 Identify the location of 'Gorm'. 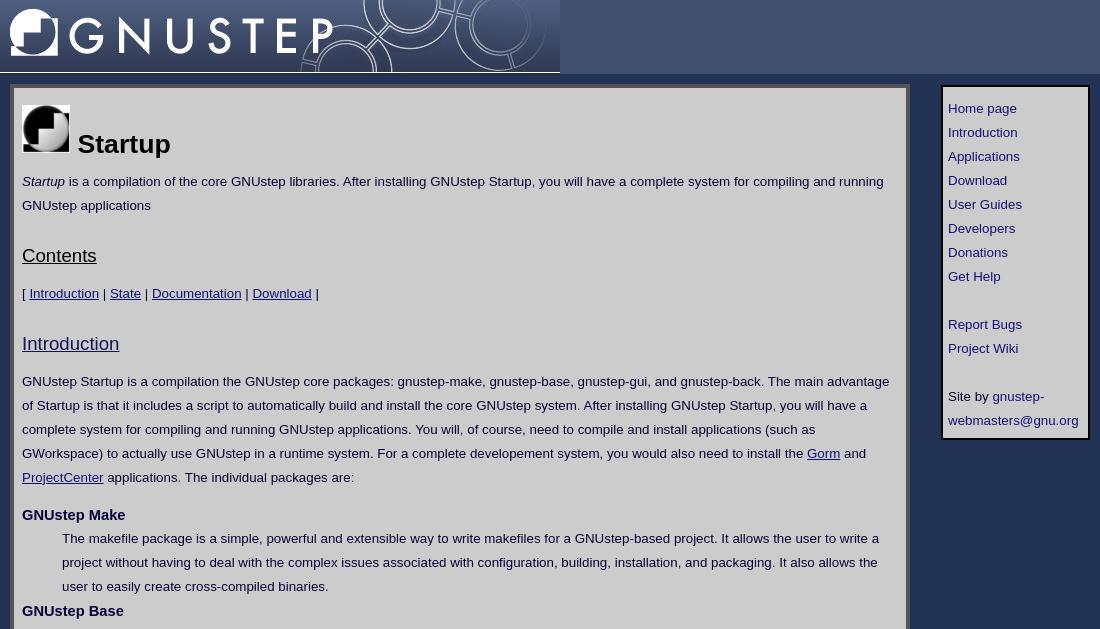
(823, 451).